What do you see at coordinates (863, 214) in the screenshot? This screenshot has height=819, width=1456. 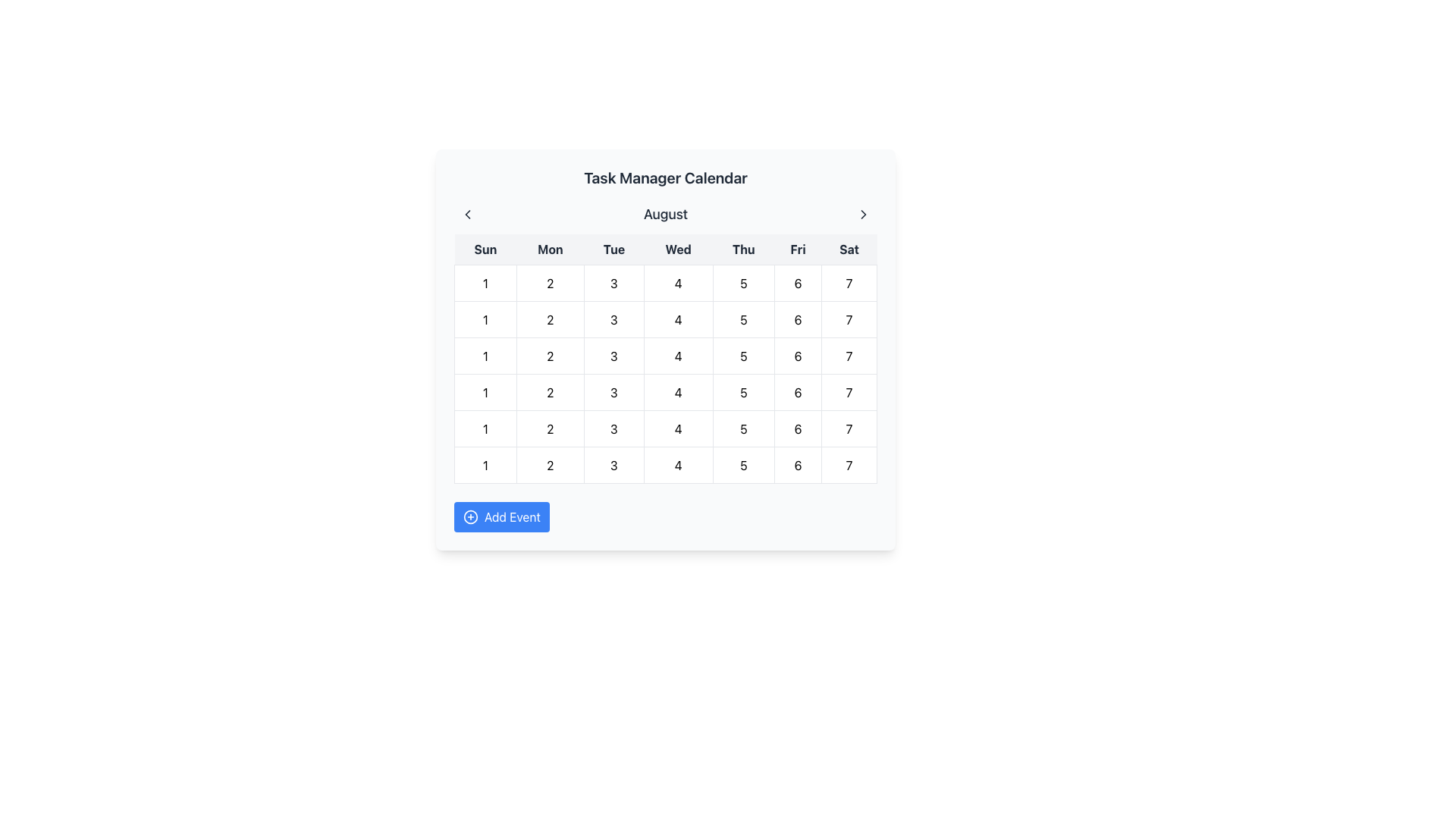 I see `the right-pointing chevron icon located in the top-right corner of the application's header area` at bounding box center [863, 214].